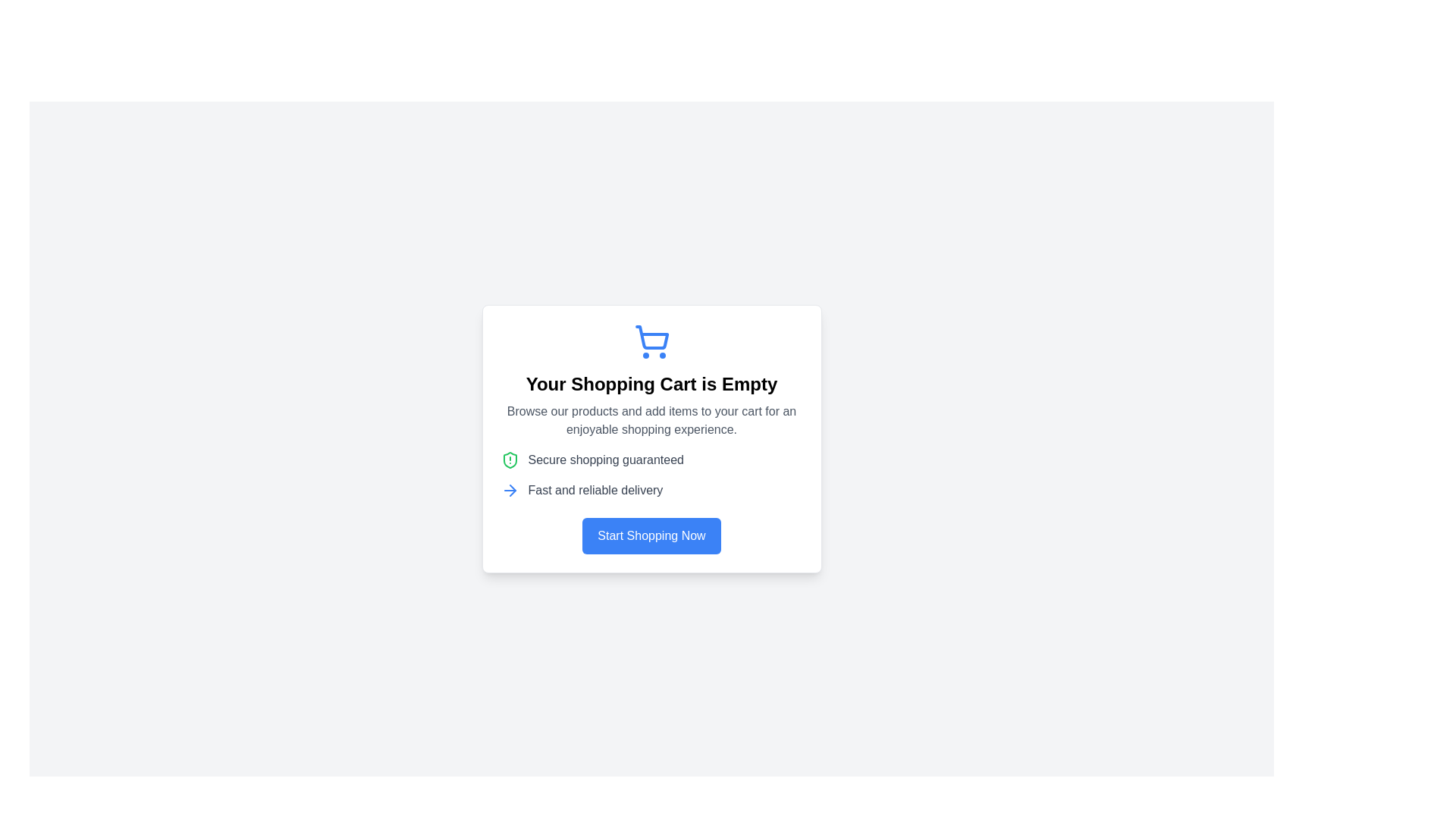 Image resolution: width=1456 pixels, height=819 pixels. Describe the element at coordinates (651, 459) in the screenshot. I see `the informative text element displaying 'Secure shopping guaranteed' with a shield icon that has a green edge and an alert symbol in the center` at that location.